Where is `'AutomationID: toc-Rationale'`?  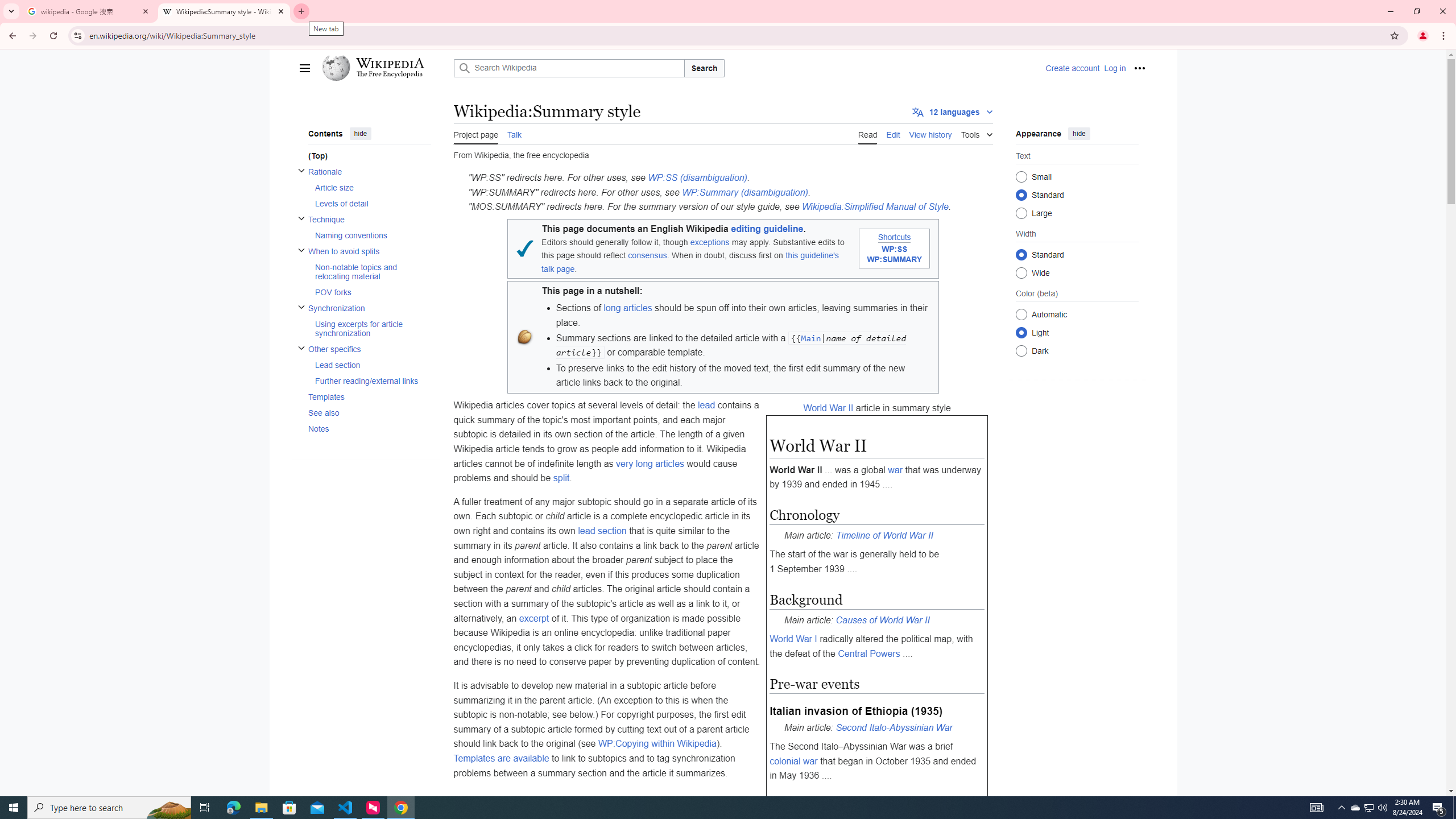 'AutomationID: toc-Rationale' is located at coordinates (366, 187).